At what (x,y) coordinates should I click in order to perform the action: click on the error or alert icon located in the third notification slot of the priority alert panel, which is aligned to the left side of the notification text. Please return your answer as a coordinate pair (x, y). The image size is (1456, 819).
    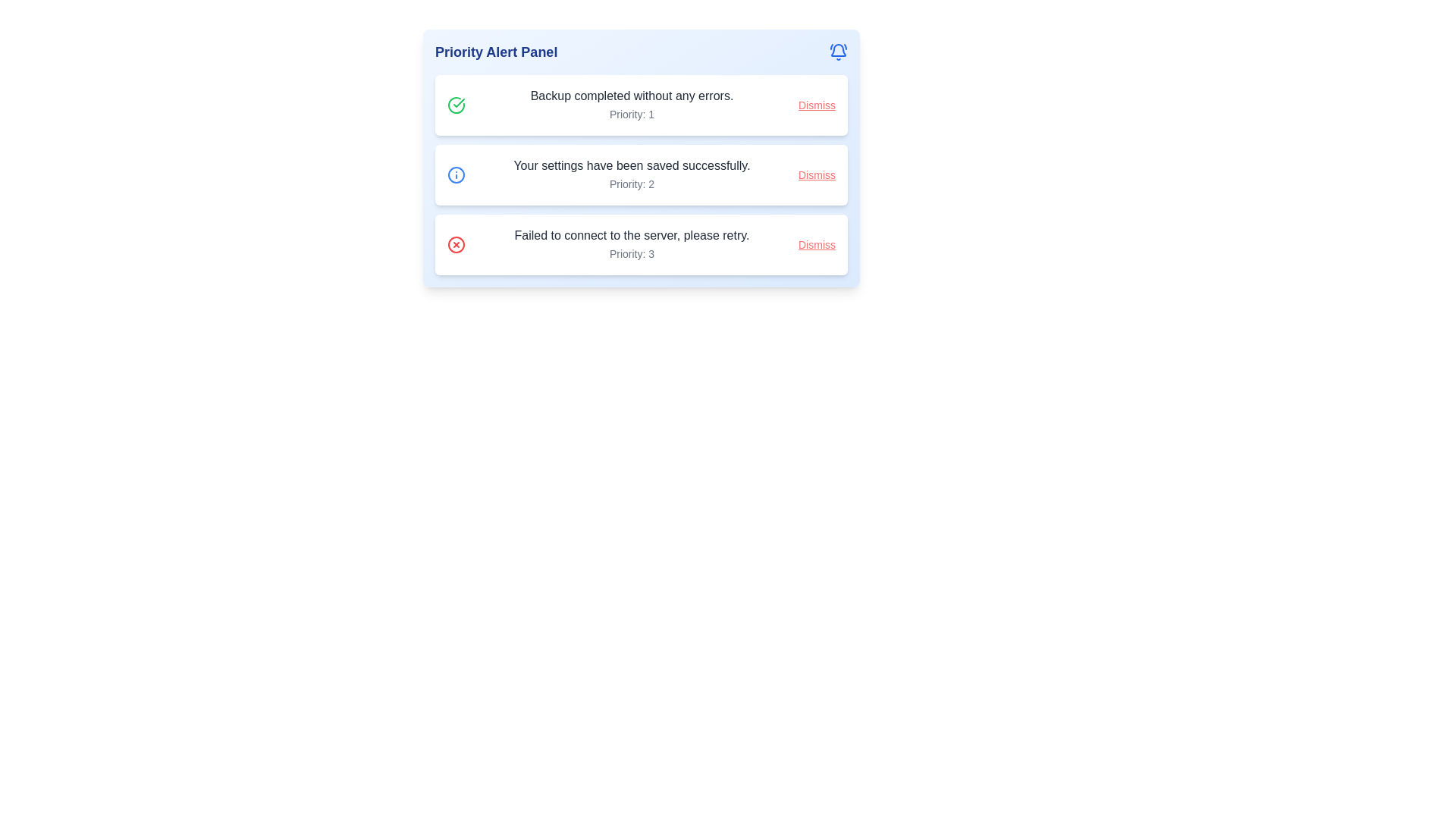
    Looking at the image, I should click on (455, 244).